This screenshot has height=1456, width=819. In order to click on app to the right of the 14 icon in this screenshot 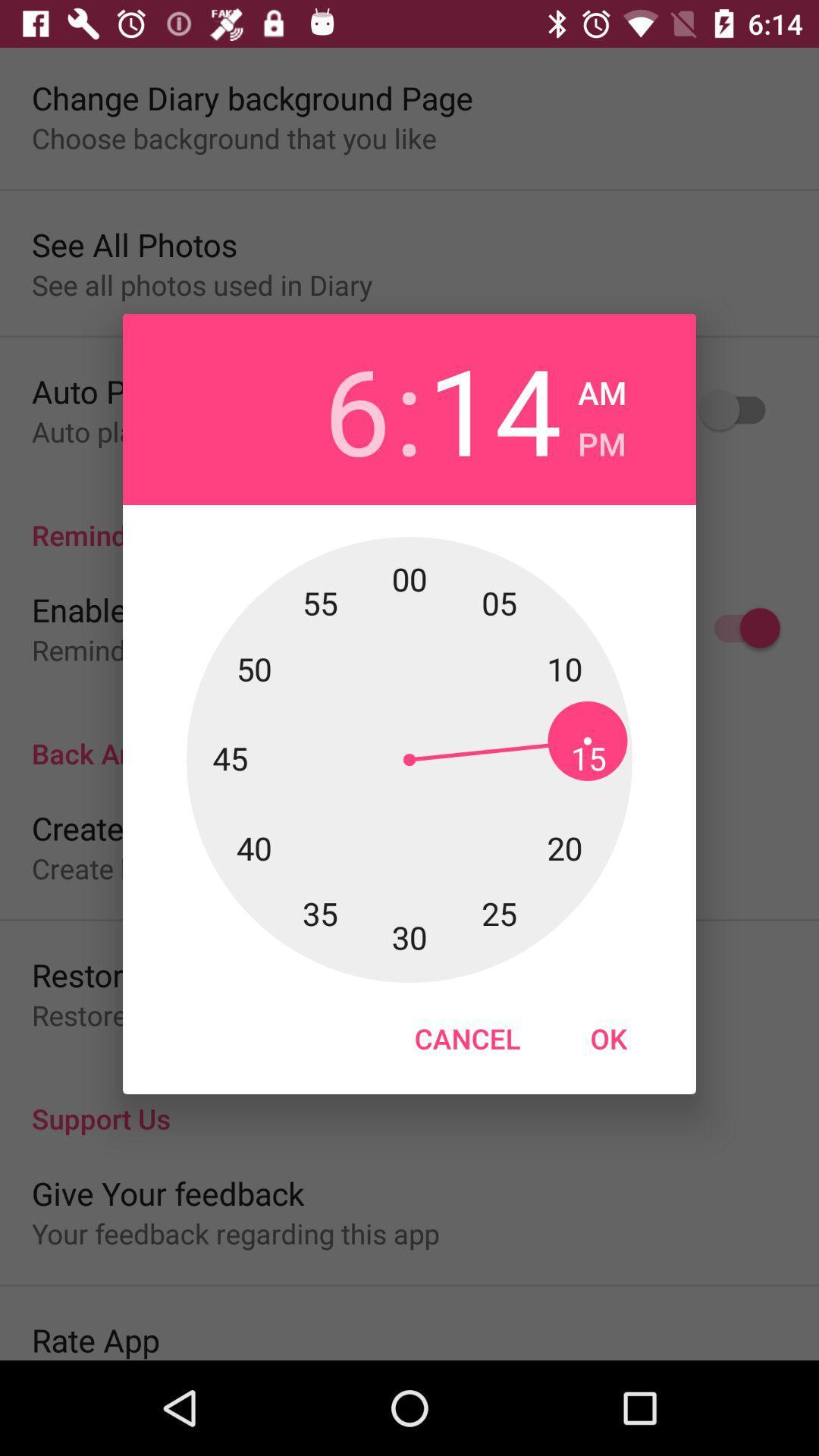, I will do `click(601, 388)`.